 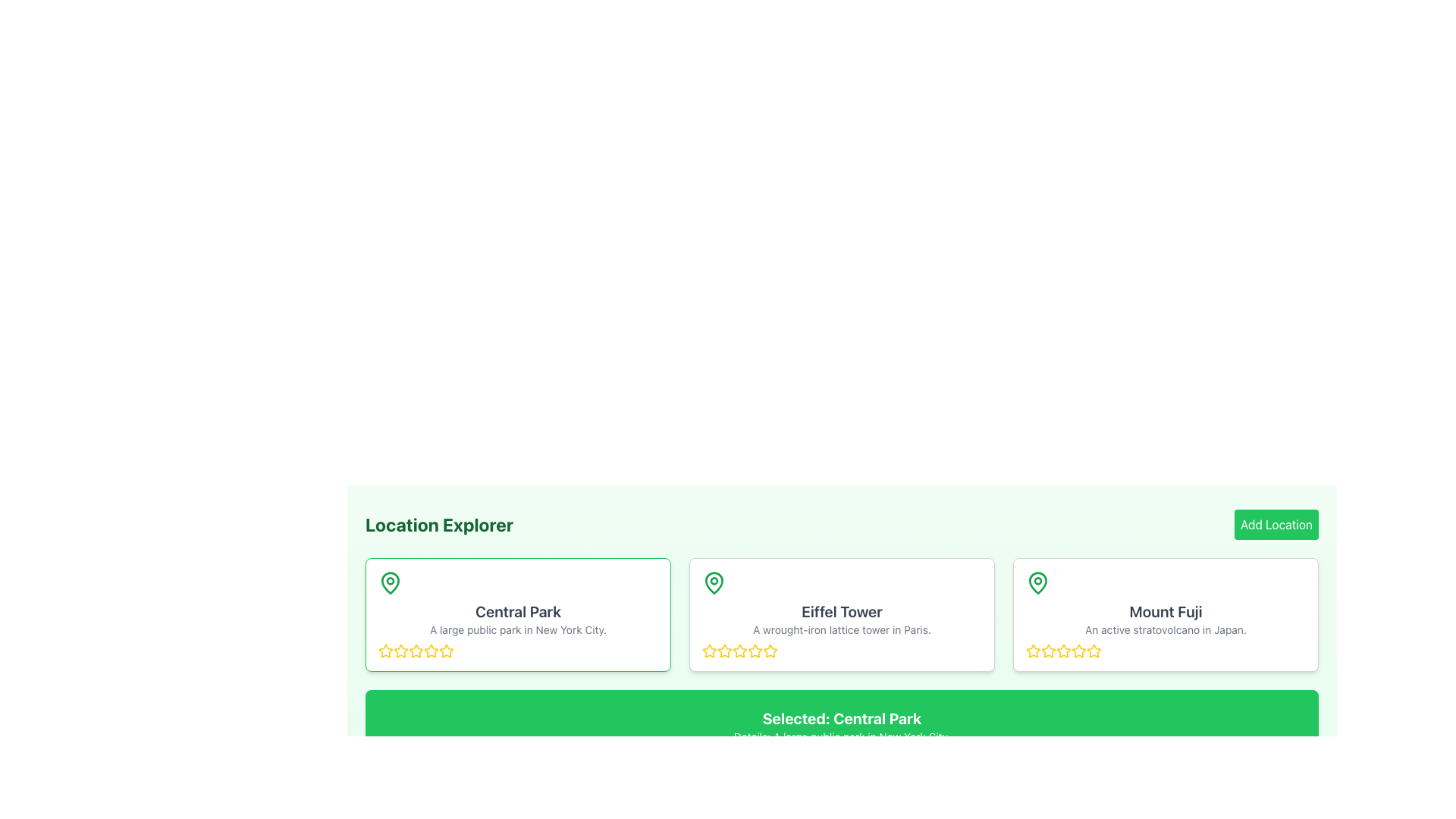 I want to click on the outlined star icon, which is the sixth star in the rating system for the 'Eiffel Tower' card located in the middle column of the interface, so click(x=755, y=651).